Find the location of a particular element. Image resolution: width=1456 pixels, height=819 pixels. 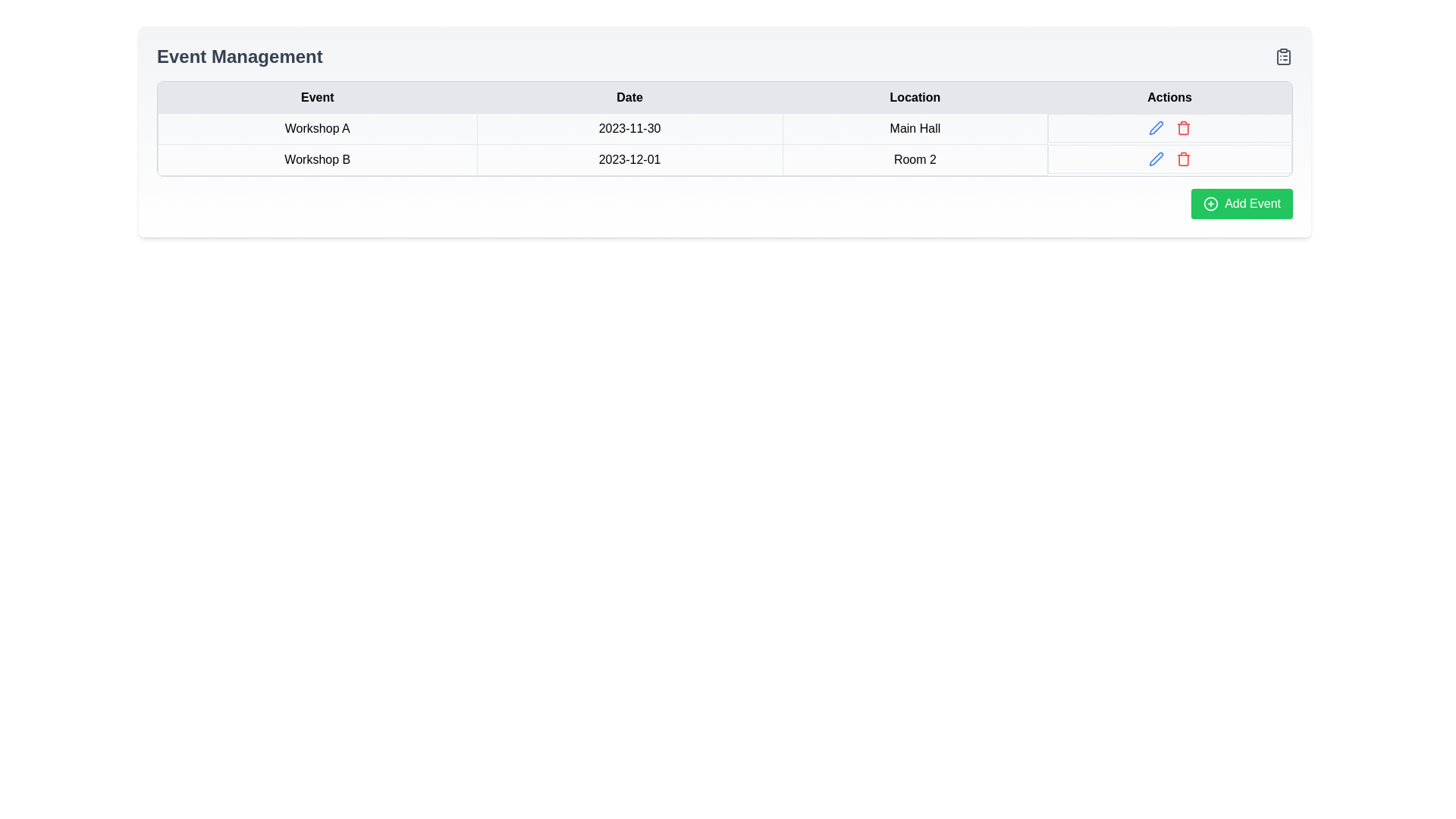

the red trash can icon located under the 'Actions' column, which changes its shade on hover is located at coordinates (1182, 127).